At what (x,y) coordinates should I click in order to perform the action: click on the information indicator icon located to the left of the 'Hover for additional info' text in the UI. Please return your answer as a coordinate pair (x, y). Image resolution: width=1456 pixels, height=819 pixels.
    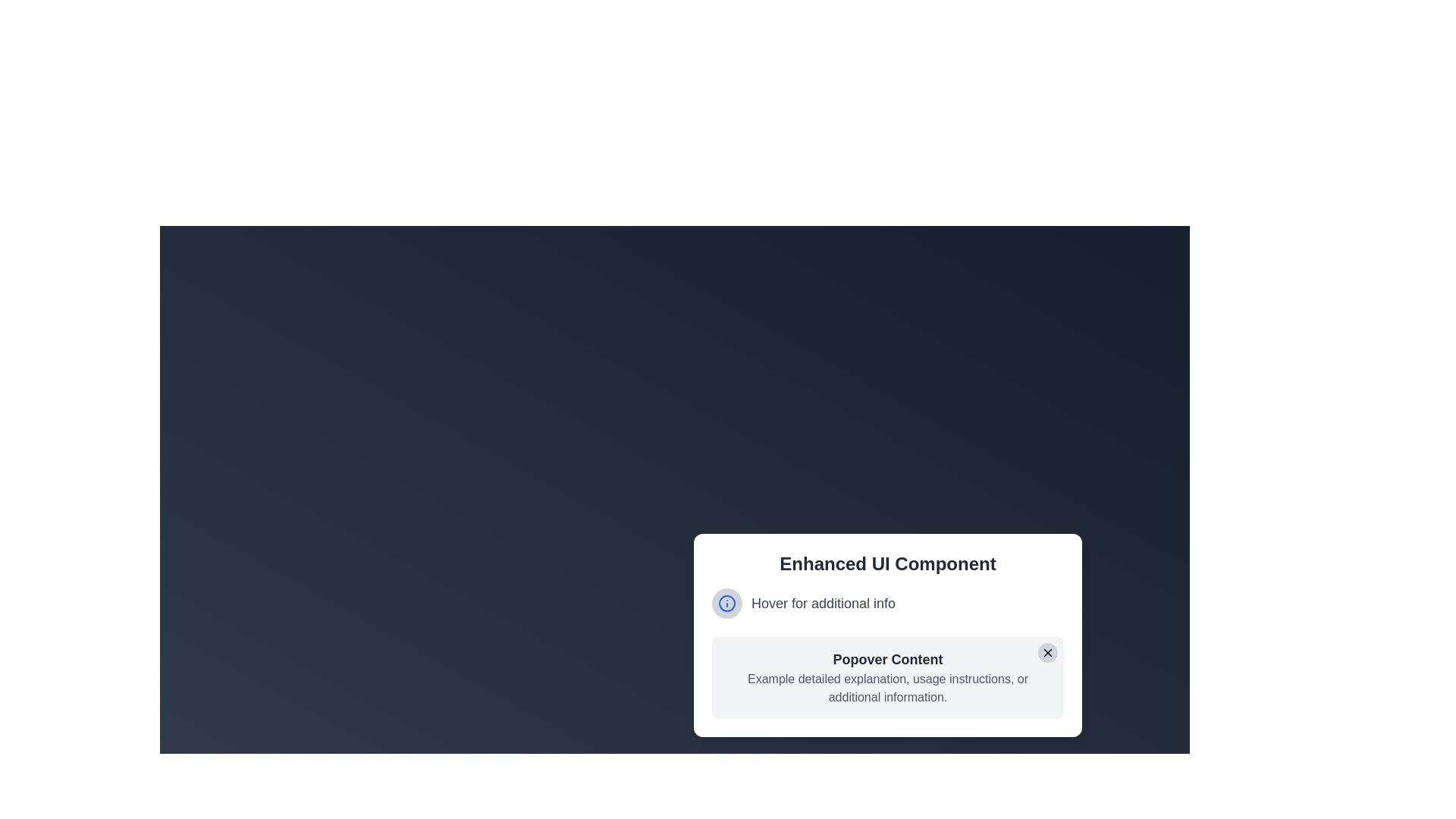
    Looking at the image, I should click on (726, 602).